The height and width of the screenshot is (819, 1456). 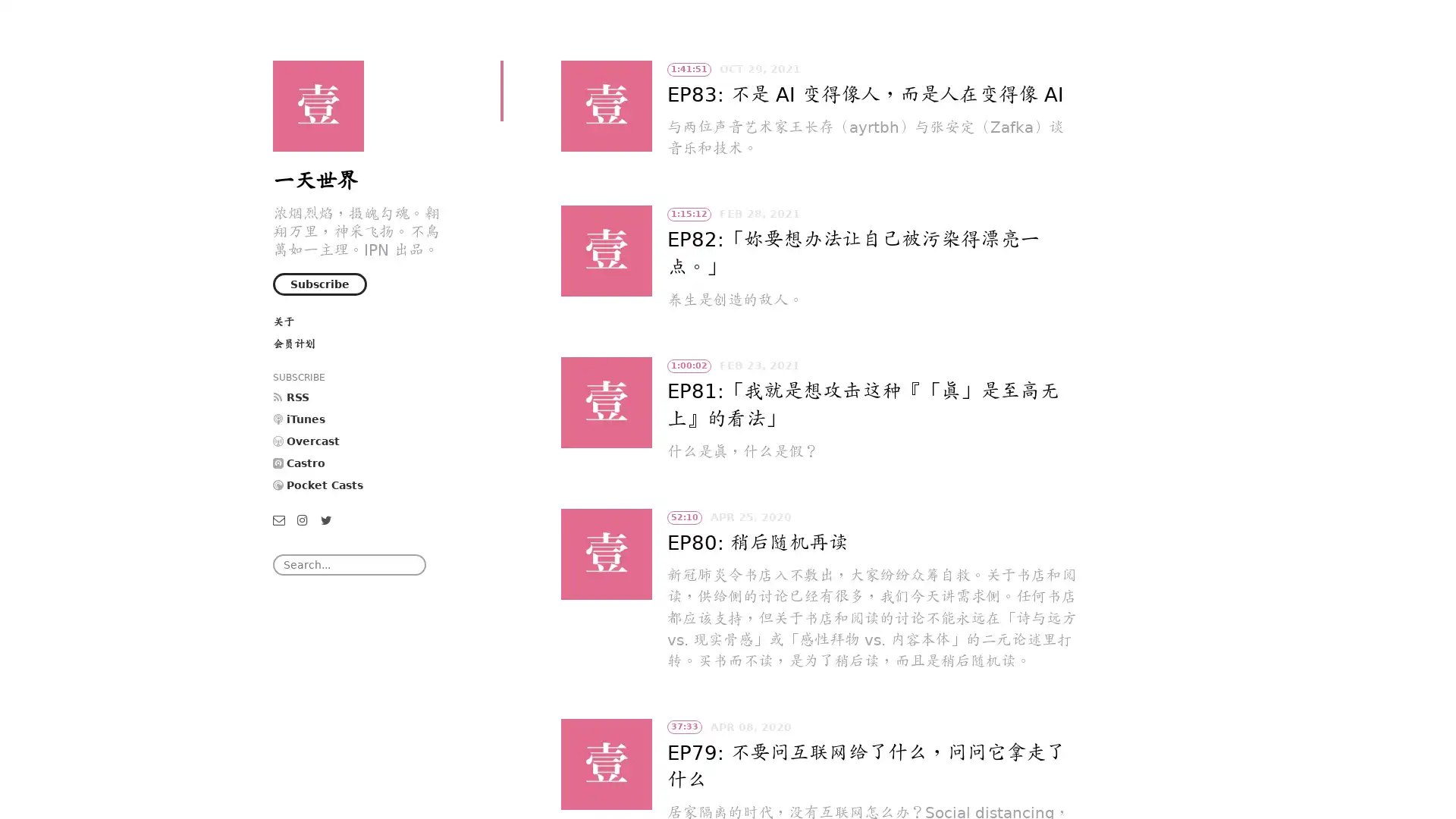 What do you see at coordinates (319, 284) in the screenshot?
I see `Subscribe` at bounding box center [319, 284].